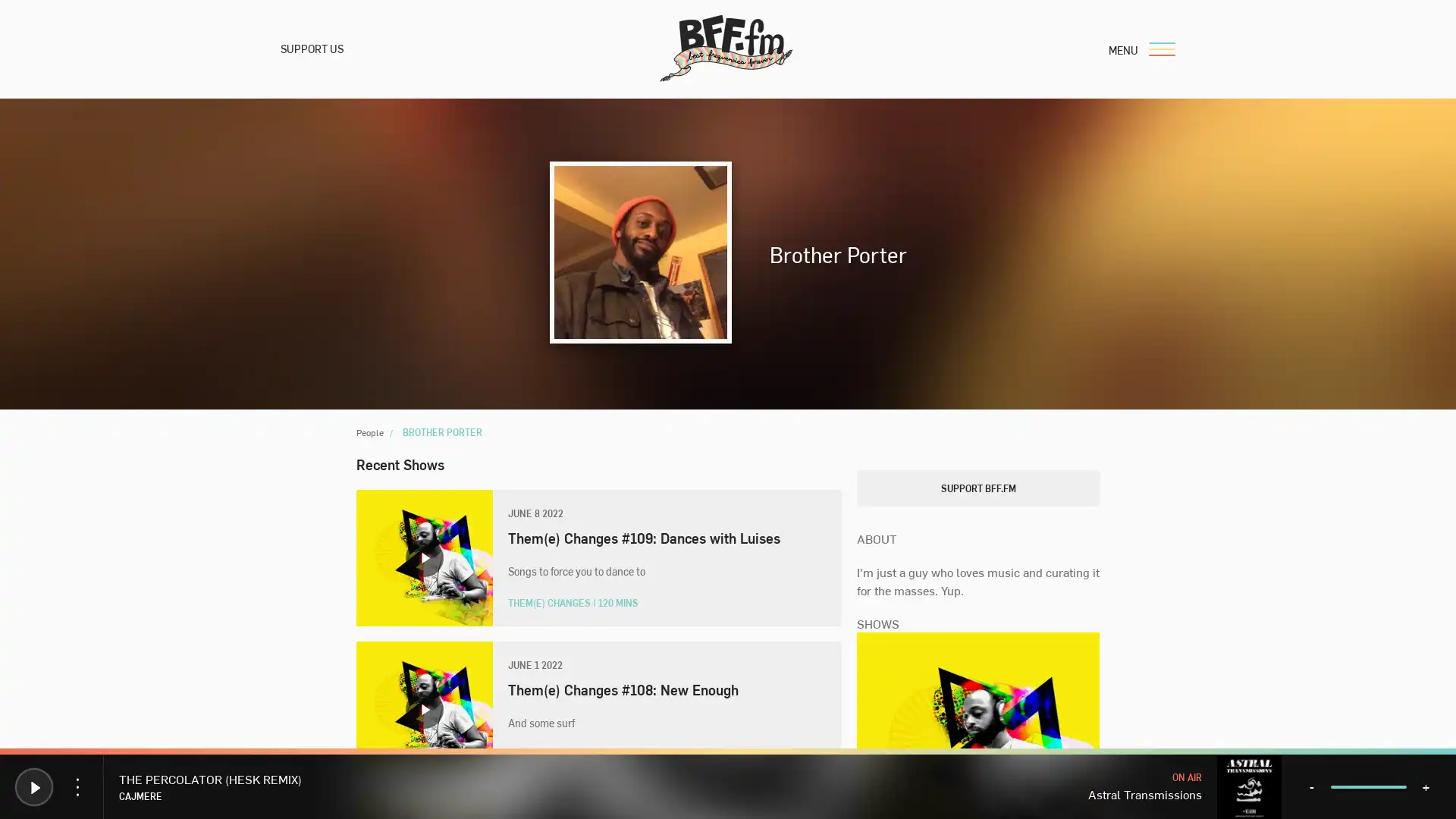  Describe the element at coordinates (425, 710) in the screenshot. I see `Play` at that location.